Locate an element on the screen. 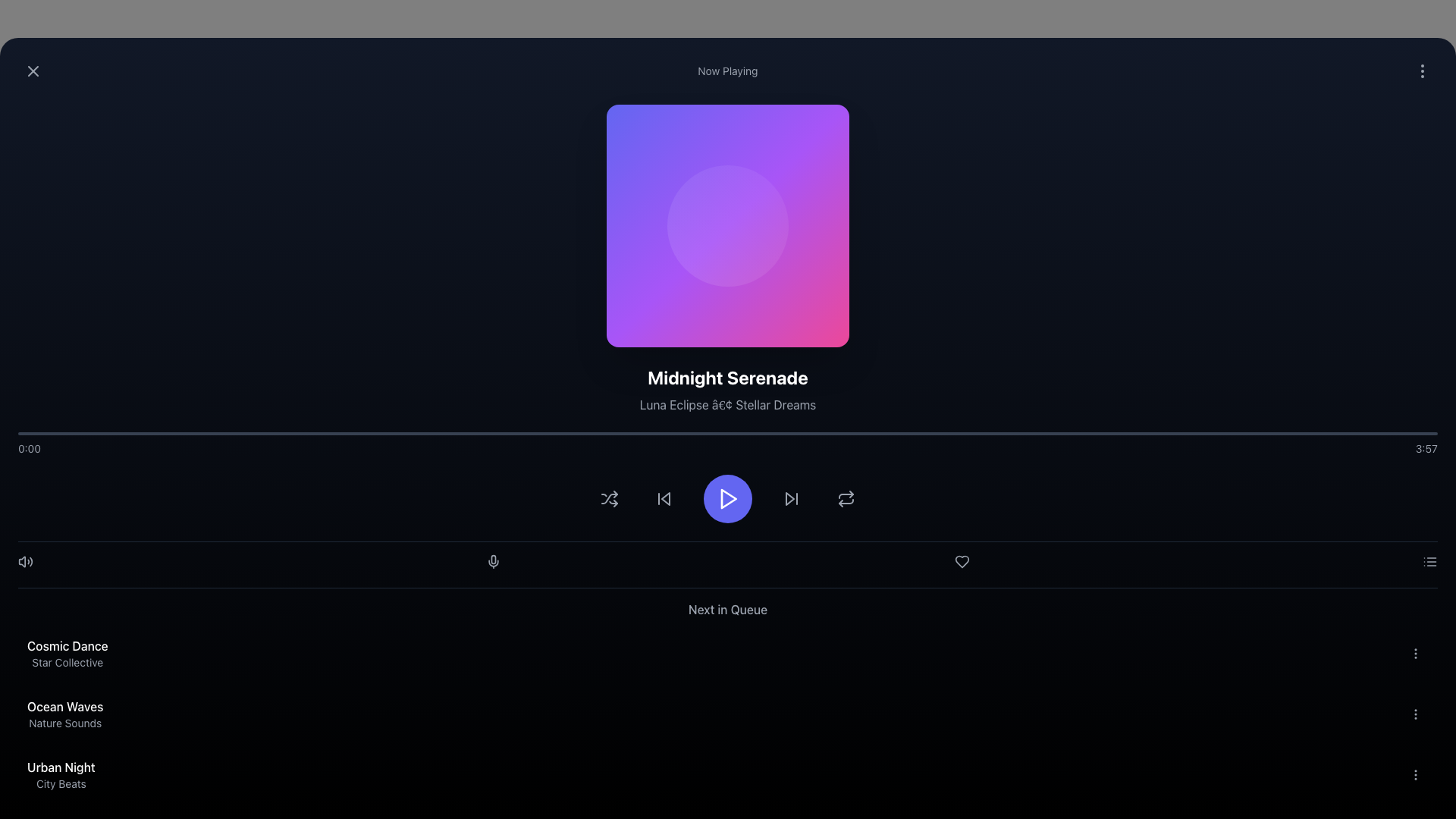 The width and height of the screenshot is (1456, 819). the microphone control icon button located in the middle section of the horizontal icon group at the bottom of the interface is located at coordinates (494, 561).